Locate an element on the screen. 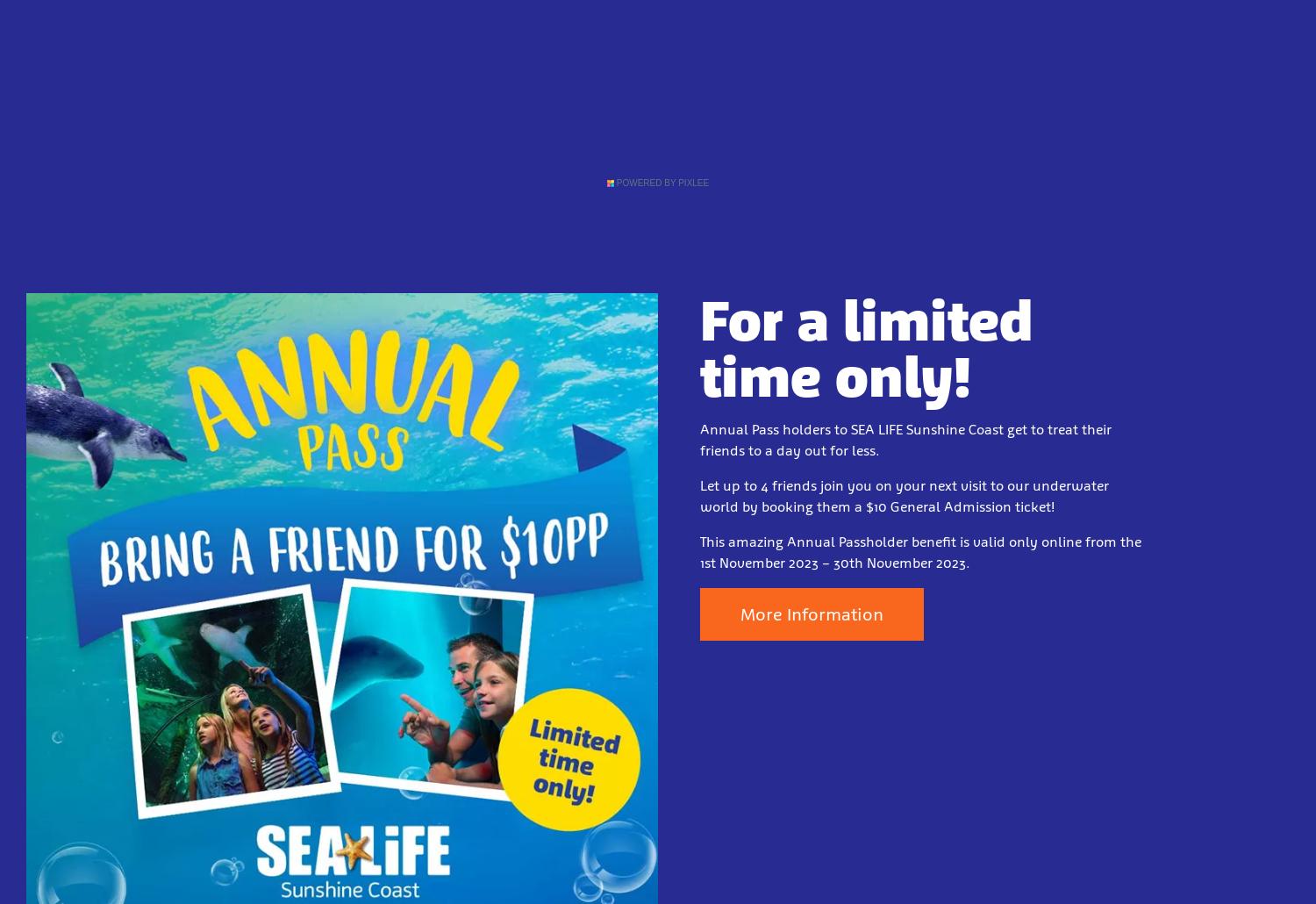  'Opening Hours' is located at coordinates (483, 126).